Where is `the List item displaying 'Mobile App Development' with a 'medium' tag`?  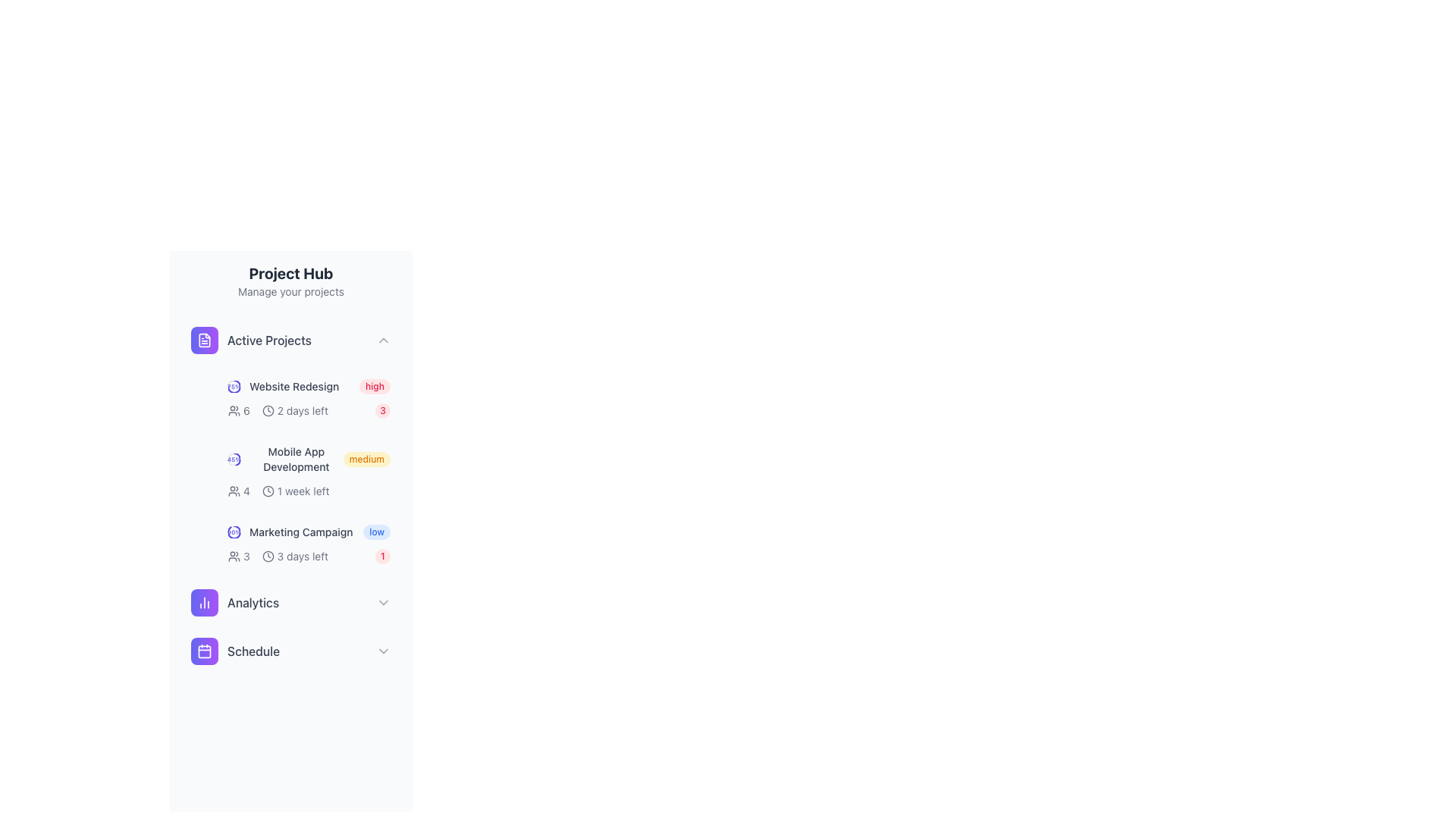
the List item displaying 'Mobile App Development' with a 'medium' tag is located at coordinates (309, 458).